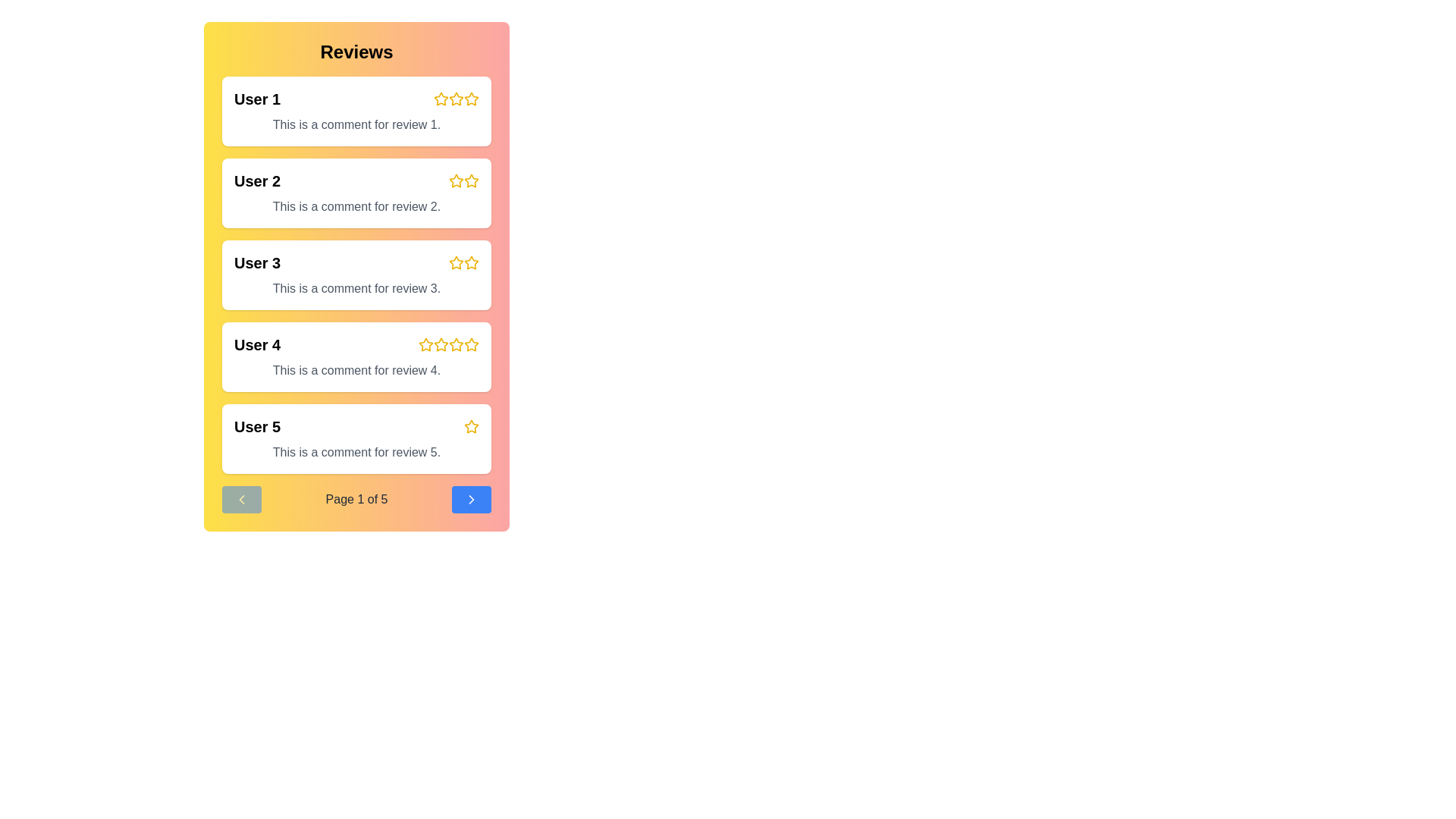 The image size is (1456, 819). Describe the element at coordinates (356, 124) in the screenshot. I see `text displayed in the Label that shows the user comment associated with the first review item in the 'Reviews' section, positioned below 'User 1'` at that location.